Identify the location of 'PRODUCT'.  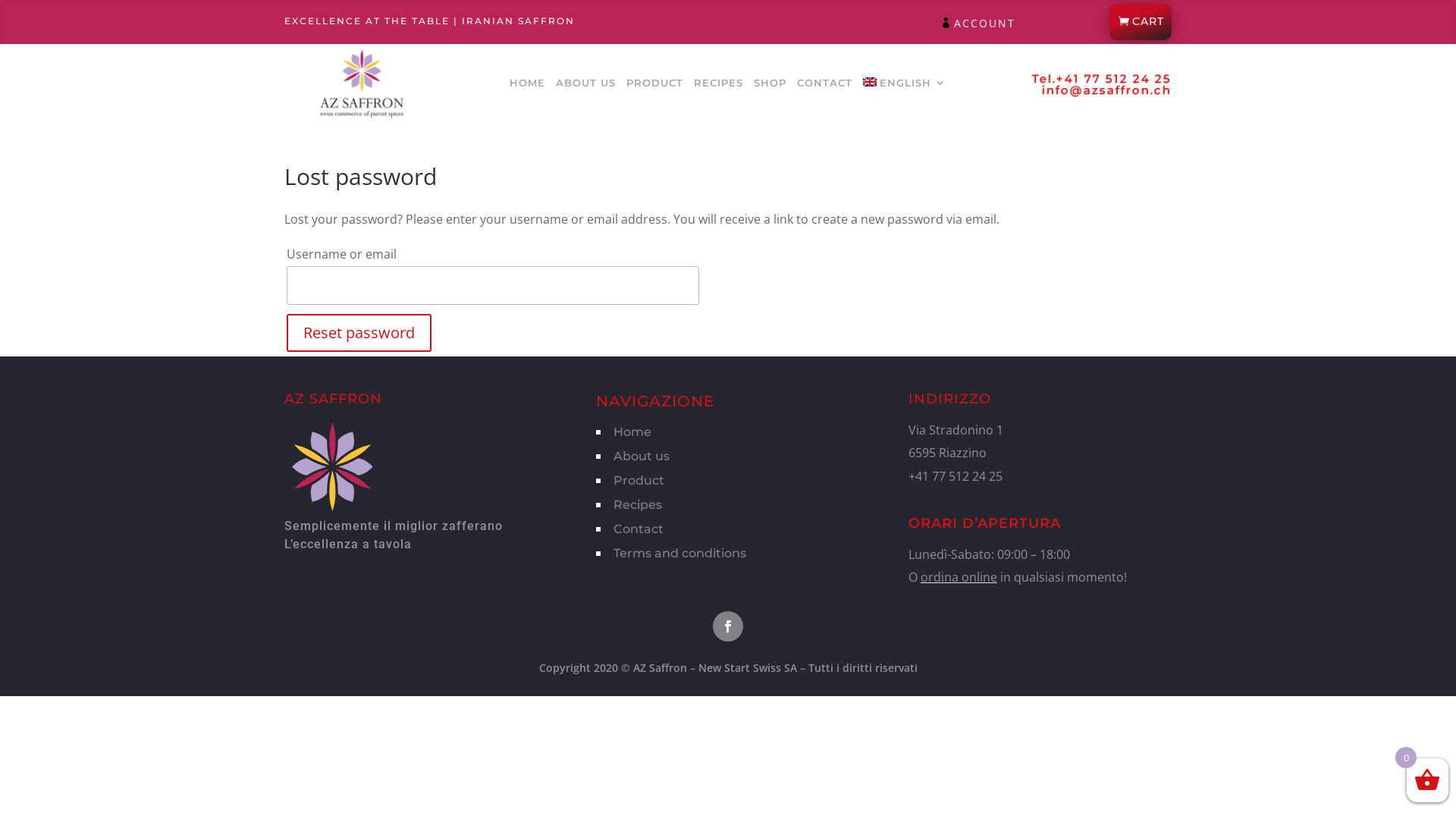
(626, 85).